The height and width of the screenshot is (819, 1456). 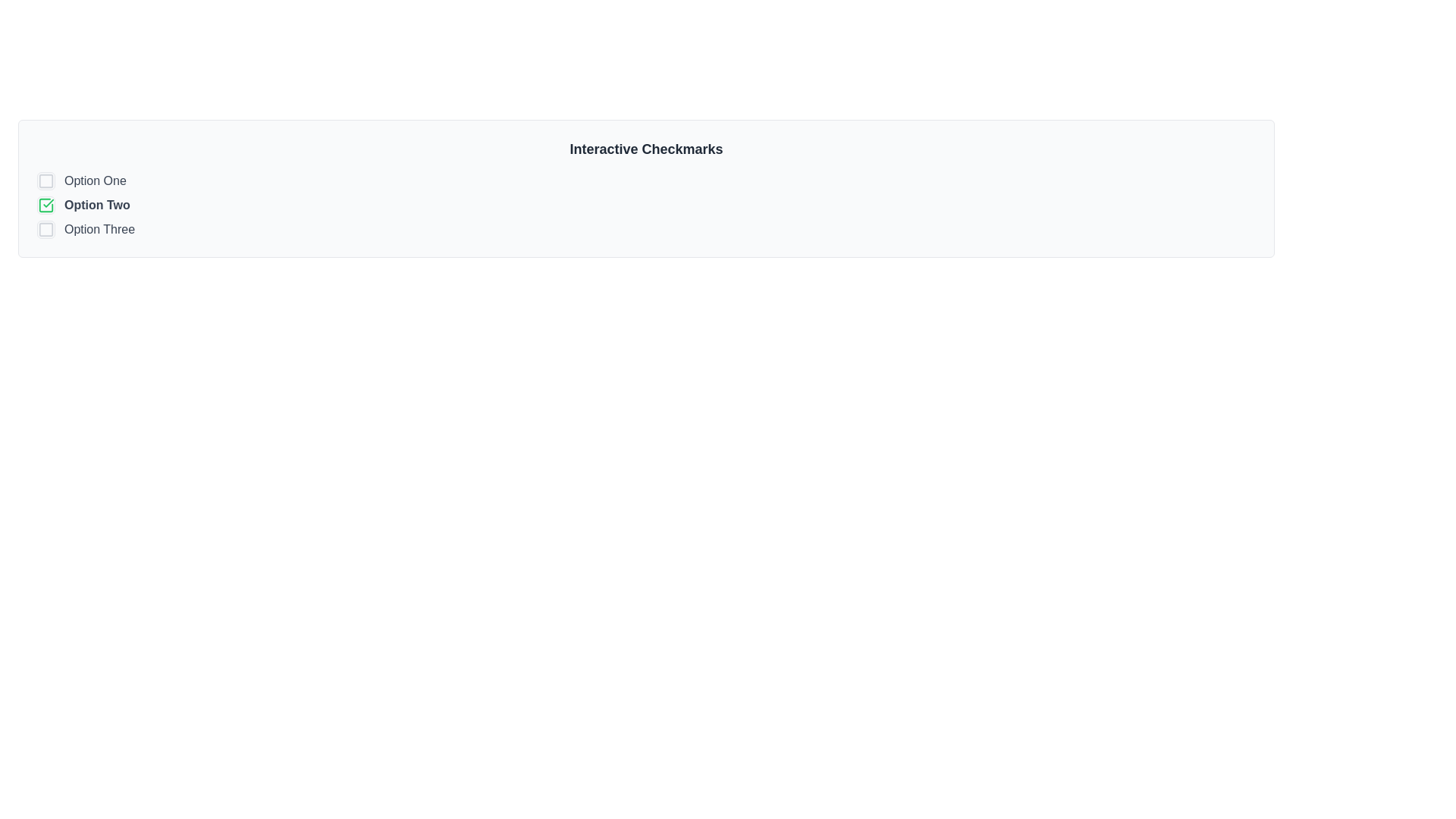 I want to click on the checkbox for 'Option Two', so click(x=46, y=205).